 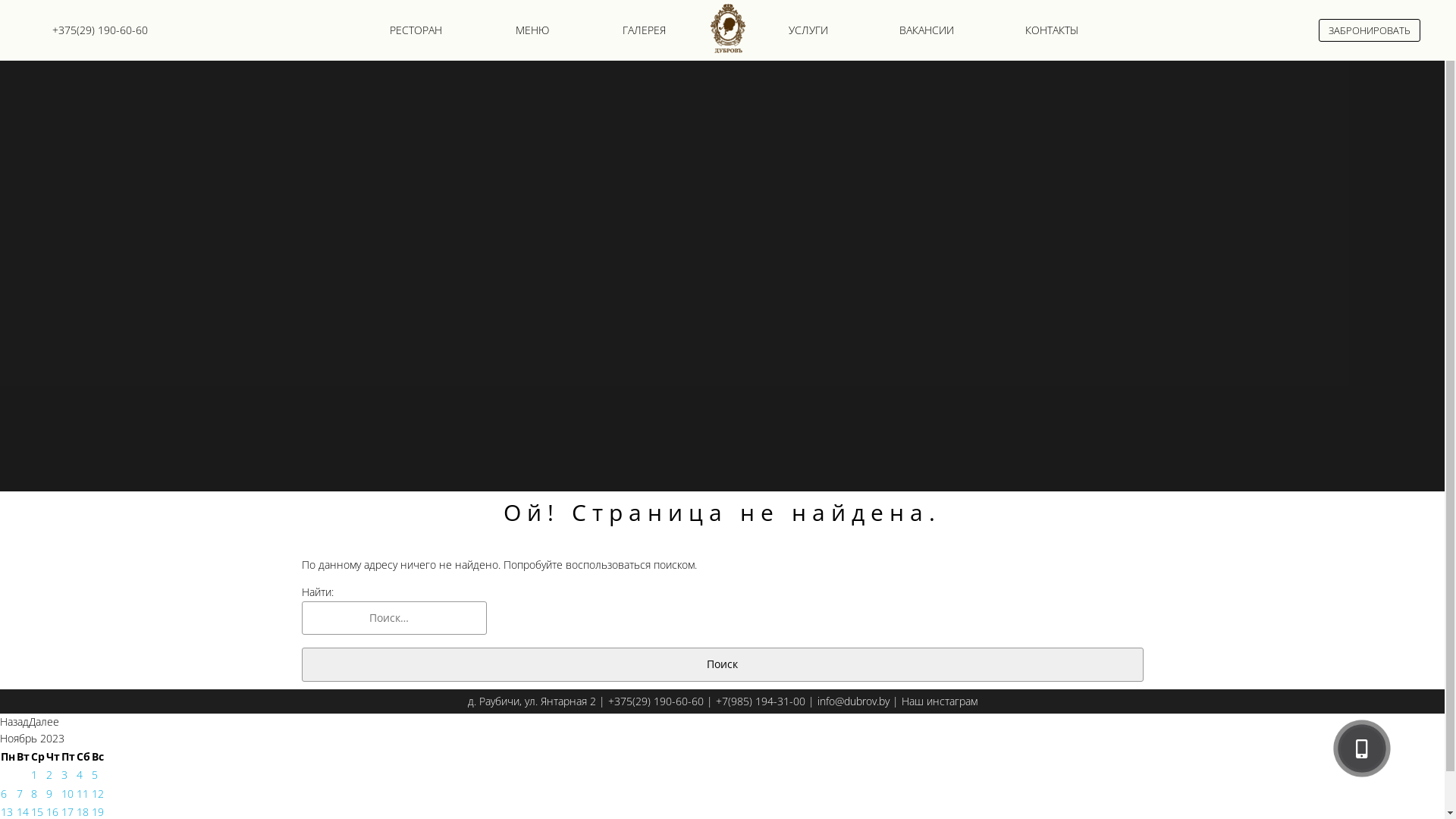 What do you see at coordinates (19, 792) in the screenshot?
I see `'7'` at bounding box center [19, 792].